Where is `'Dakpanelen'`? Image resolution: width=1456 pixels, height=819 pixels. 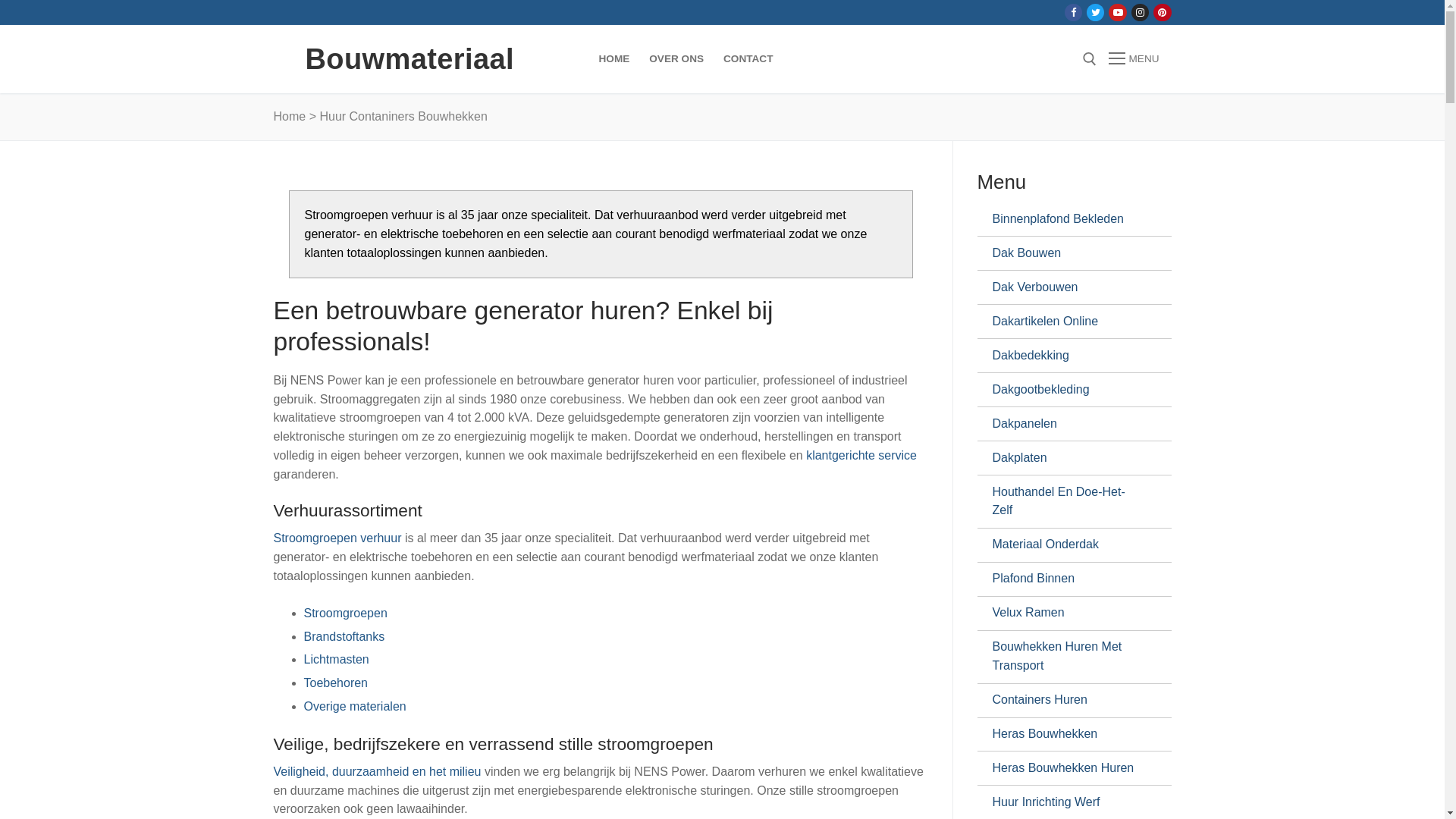
'Dakpanelen' is located at coordinates (1066, 424).